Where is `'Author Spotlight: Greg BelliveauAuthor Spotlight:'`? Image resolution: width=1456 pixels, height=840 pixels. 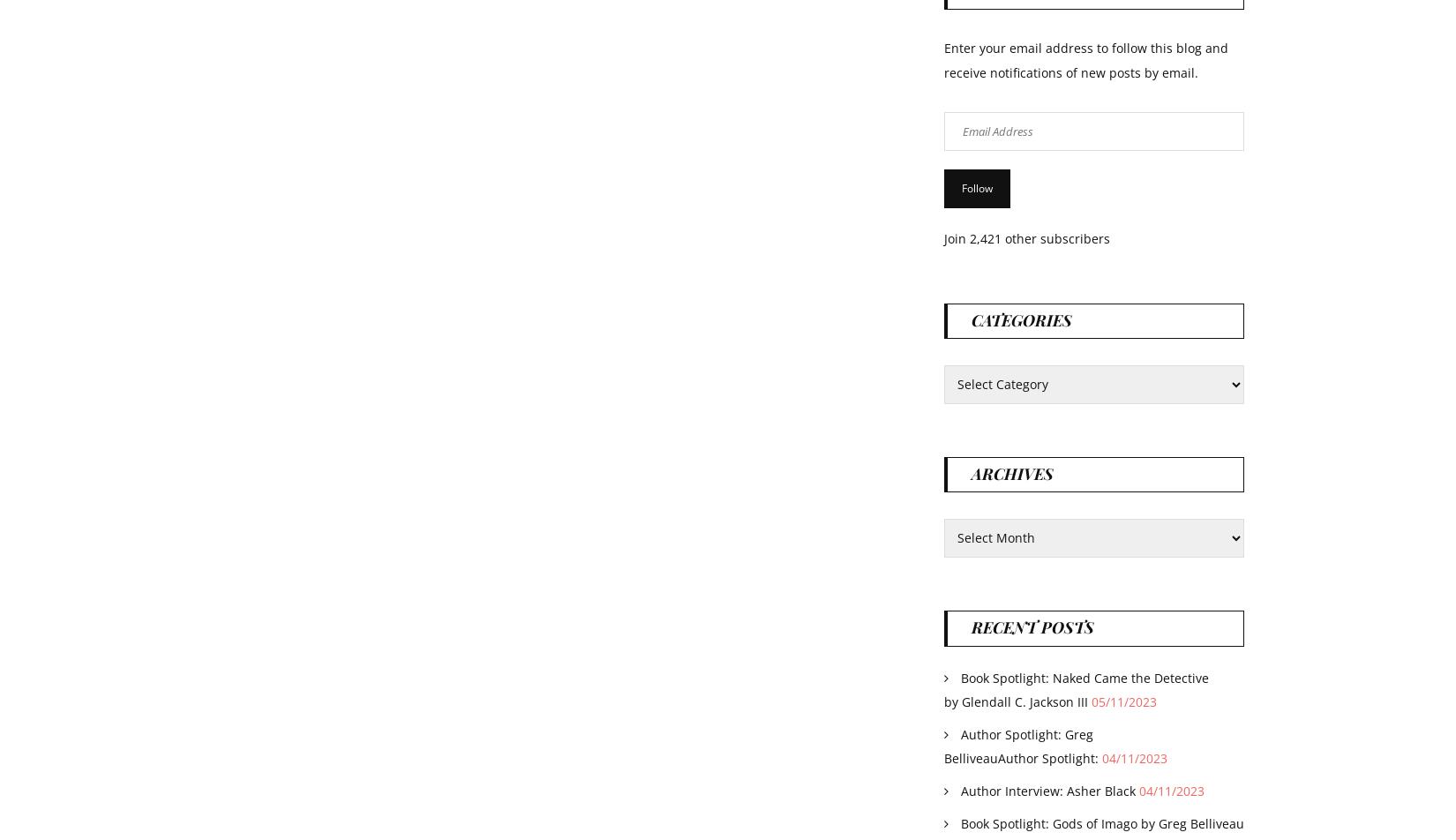 'Author Spotlight: Greg BelliveauAuthor Spotlight:' is located at coordinates (944, 745).